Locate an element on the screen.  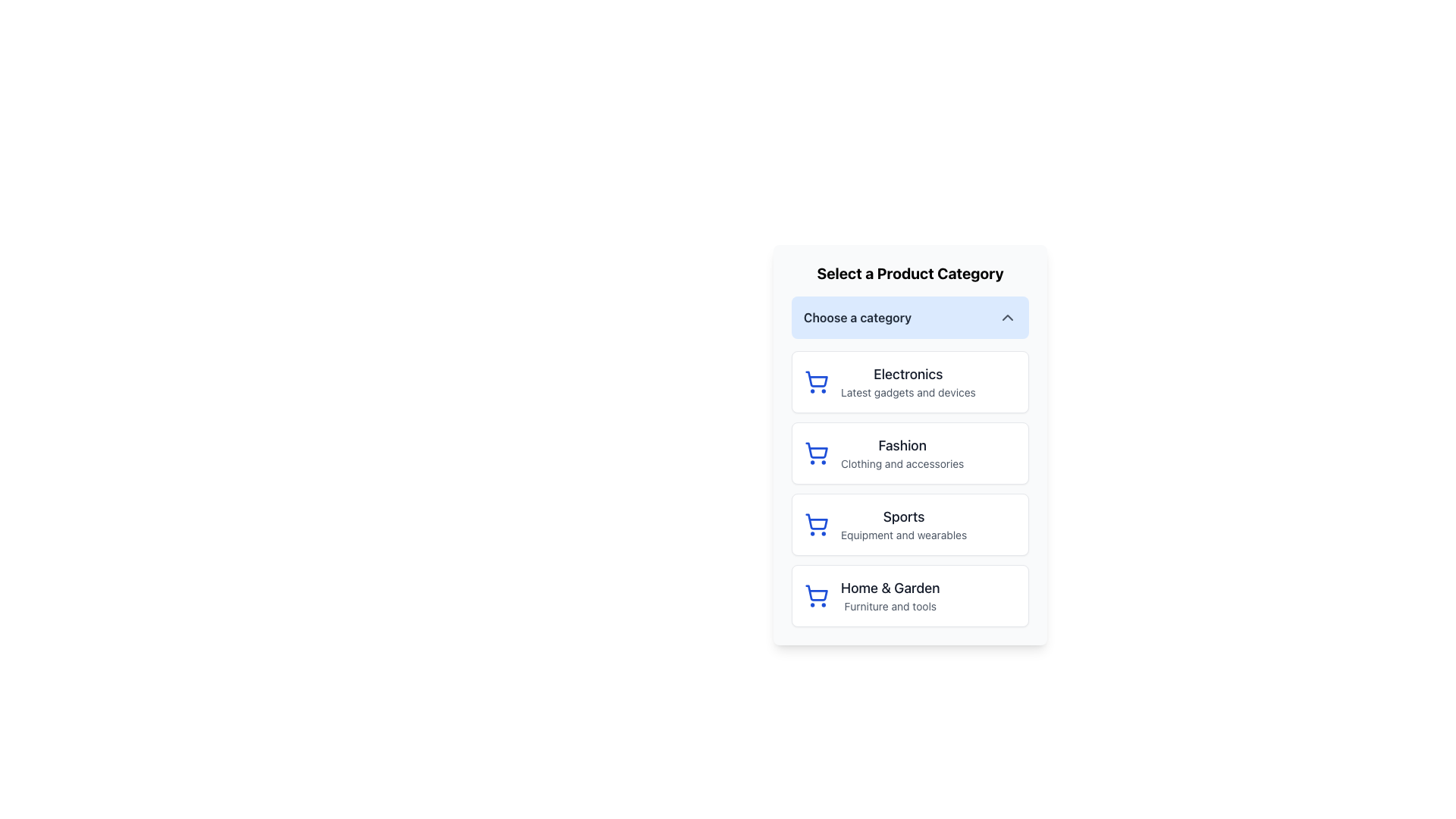
the 'Home & Garden' category icon, which is the last item in the vertical product categories list is located at coordinates (815, 595).